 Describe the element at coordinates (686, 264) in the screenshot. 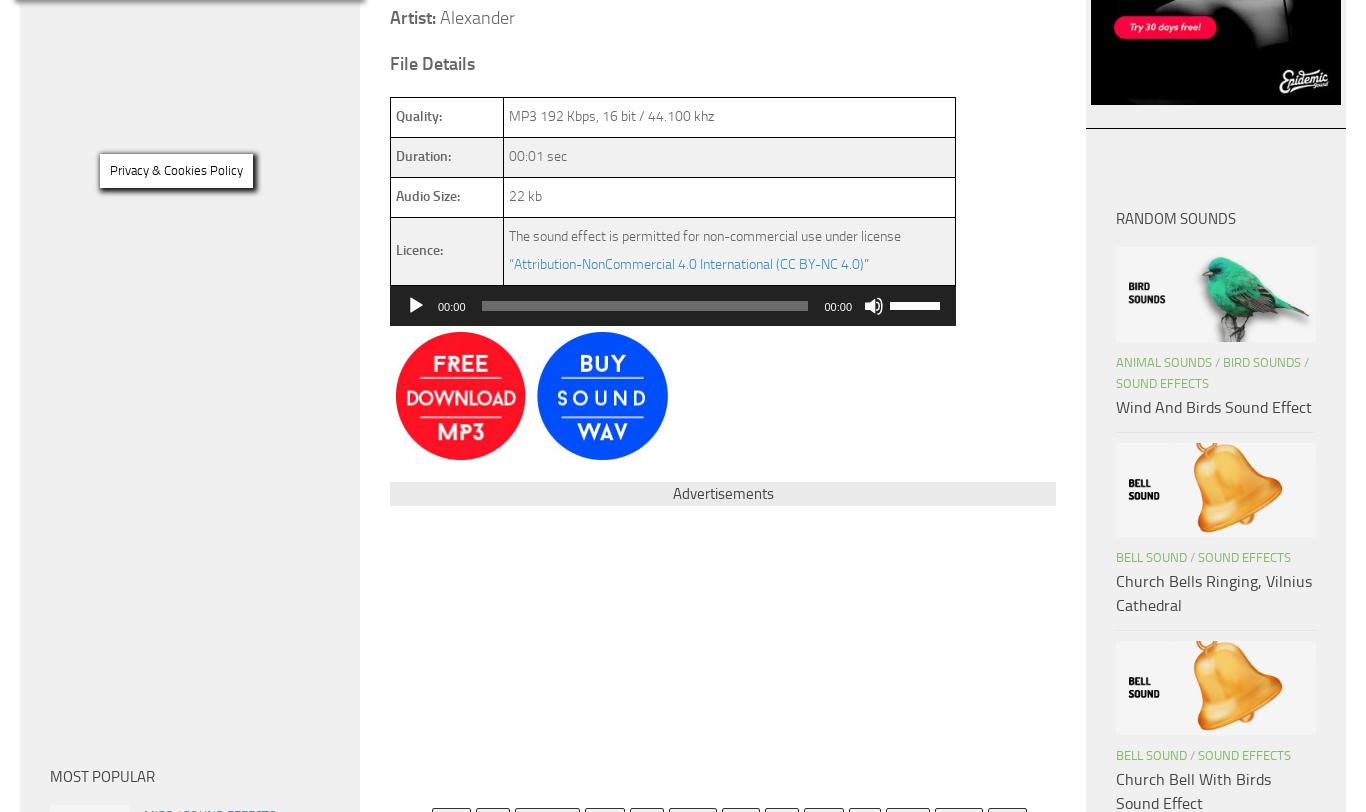

I see `'“Attribution-NonCommercial 4.0 International (CC BY-NC 4.0)'` at that location.